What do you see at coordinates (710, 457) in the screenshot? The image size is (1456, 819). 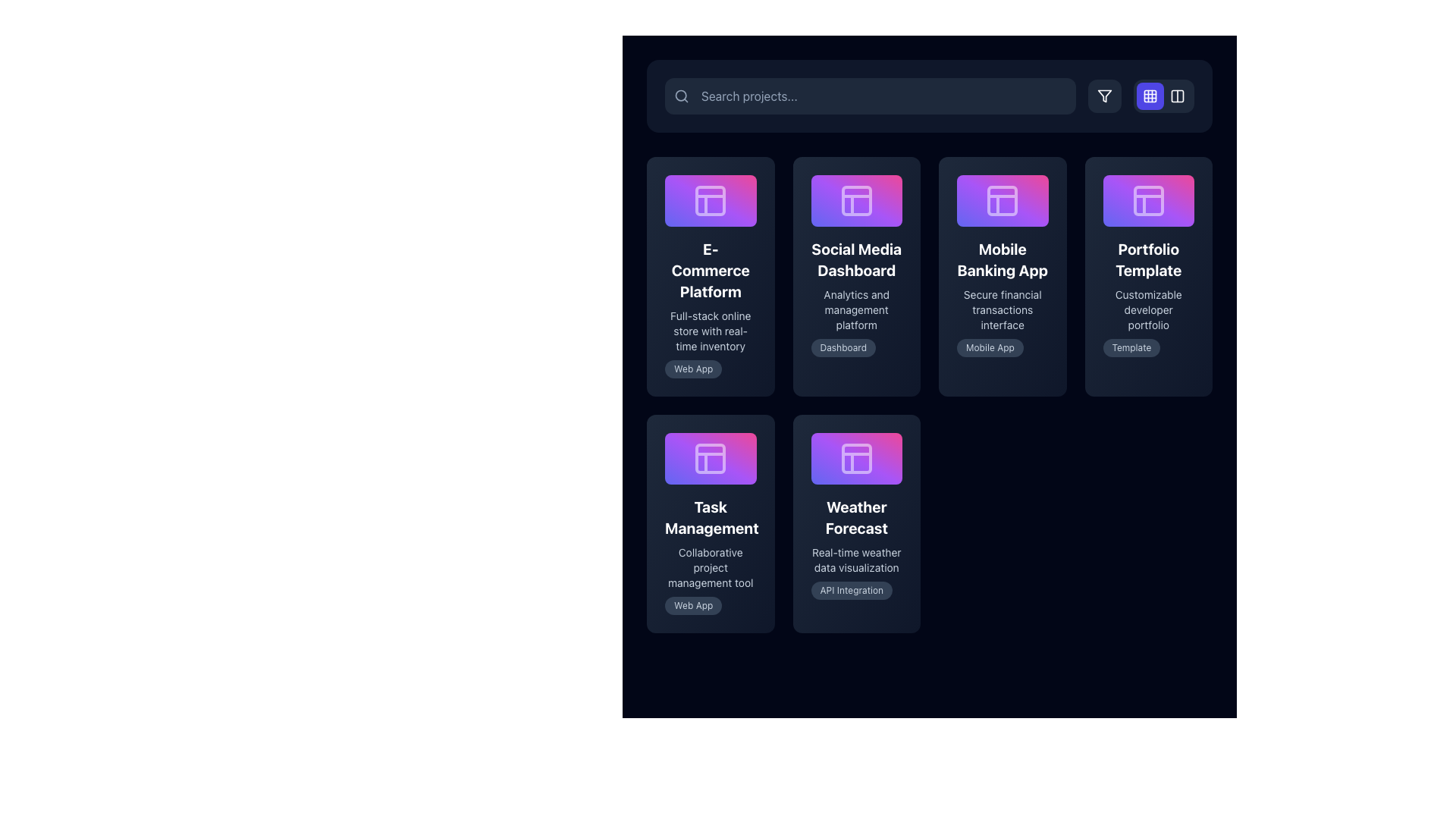 I see `the card header with an icon in the 'Task Management' card, which features a gradient background from indigo to pink and a semi-transparent icon of panels in white strokes` at bounding box center [710, 457].